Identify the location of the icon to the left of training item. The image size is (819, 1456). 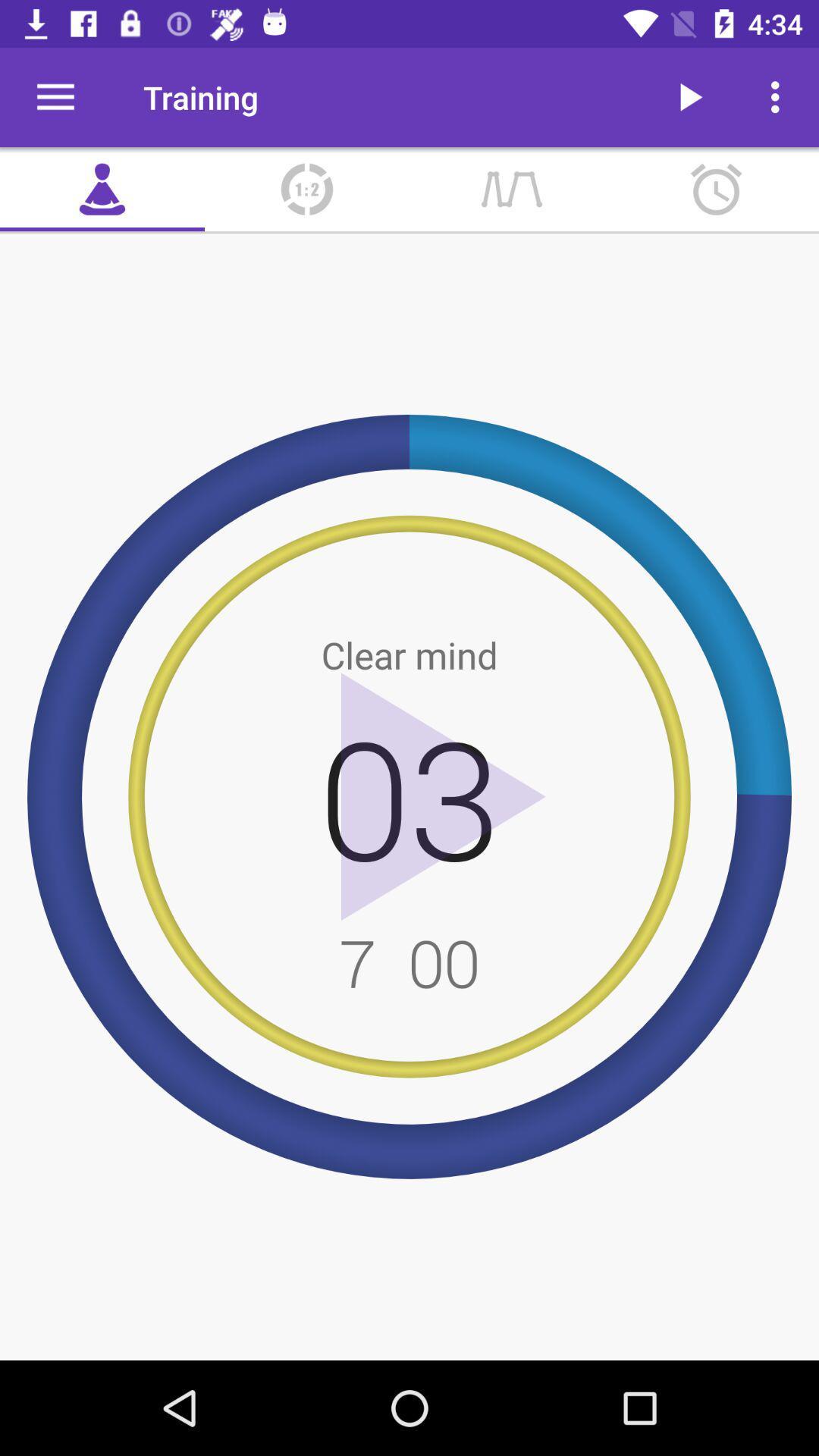
(55, 96).